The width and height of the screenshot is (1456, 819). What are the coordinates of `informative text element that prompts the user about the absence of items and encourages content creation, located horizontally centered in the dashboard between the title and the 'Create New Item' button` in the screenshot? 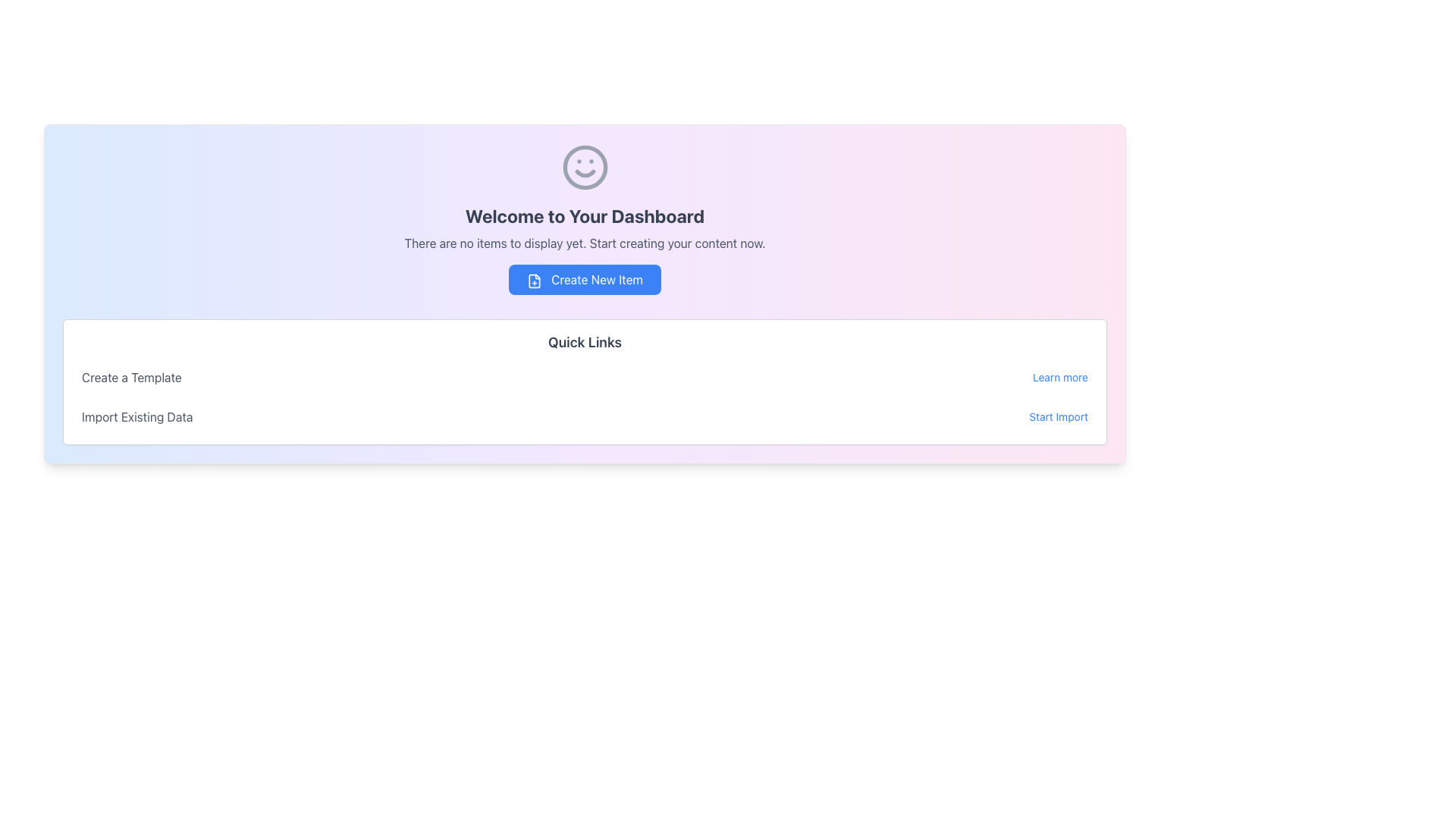 It's located at (584, 242).